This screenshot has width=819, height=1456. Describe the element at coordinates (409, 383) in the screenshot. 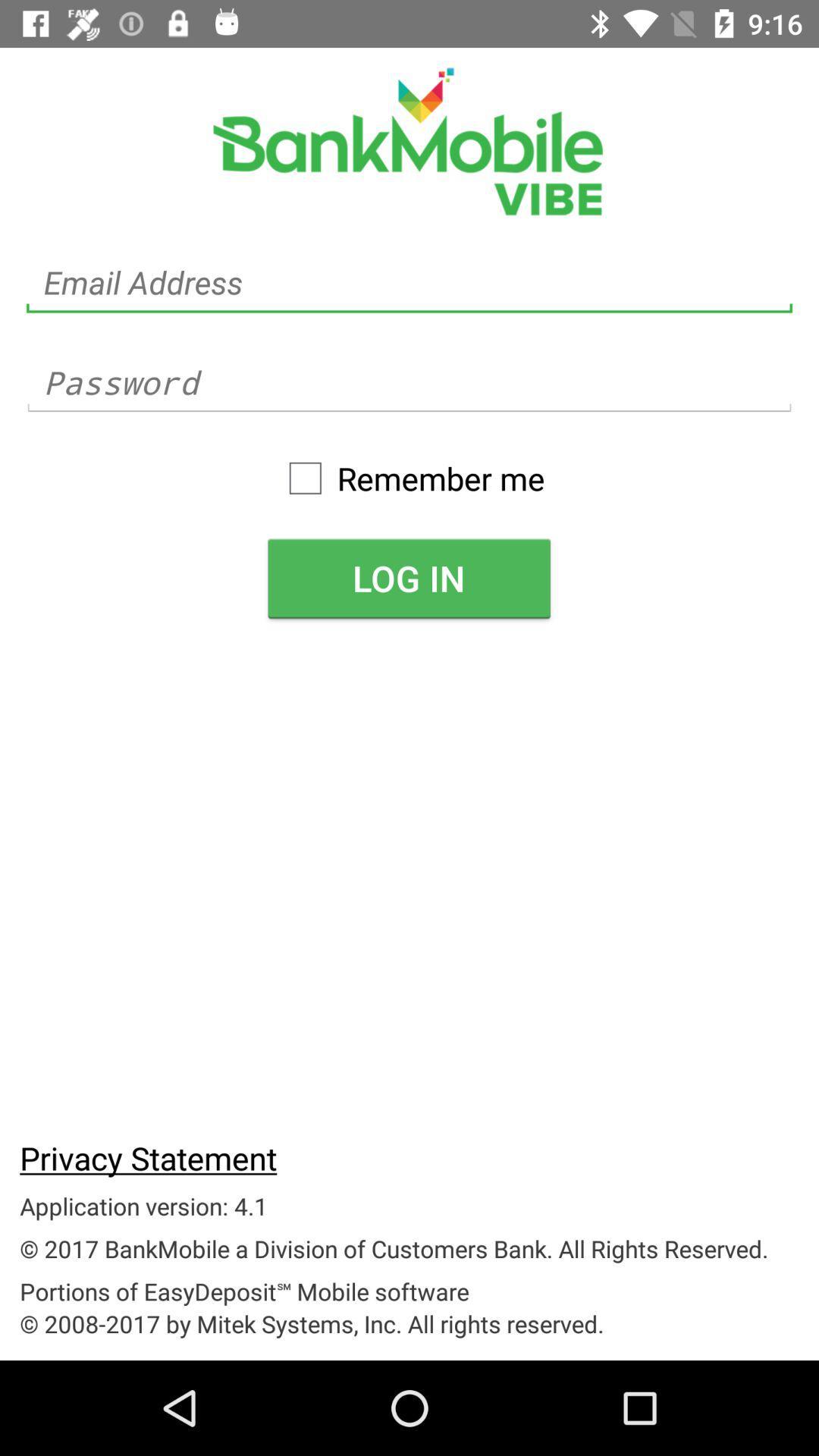

I see `where it says password you will put your password and click on login` at that location.